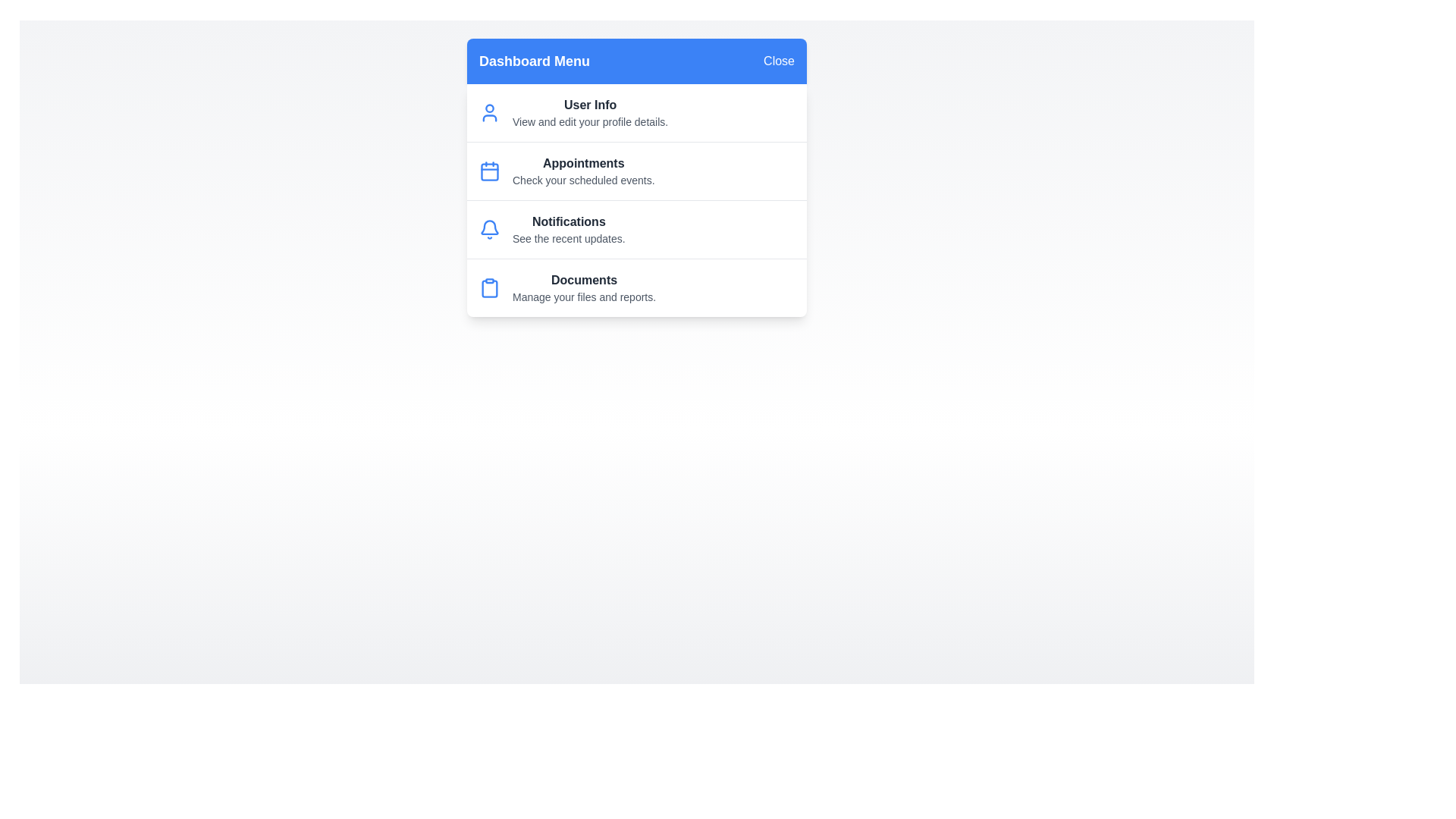 The image size is (1456, 819). What do you see at coordinates (490, 112) in the screenshot?
I see `the icon representing User Info` at bounding box center [490, 112].